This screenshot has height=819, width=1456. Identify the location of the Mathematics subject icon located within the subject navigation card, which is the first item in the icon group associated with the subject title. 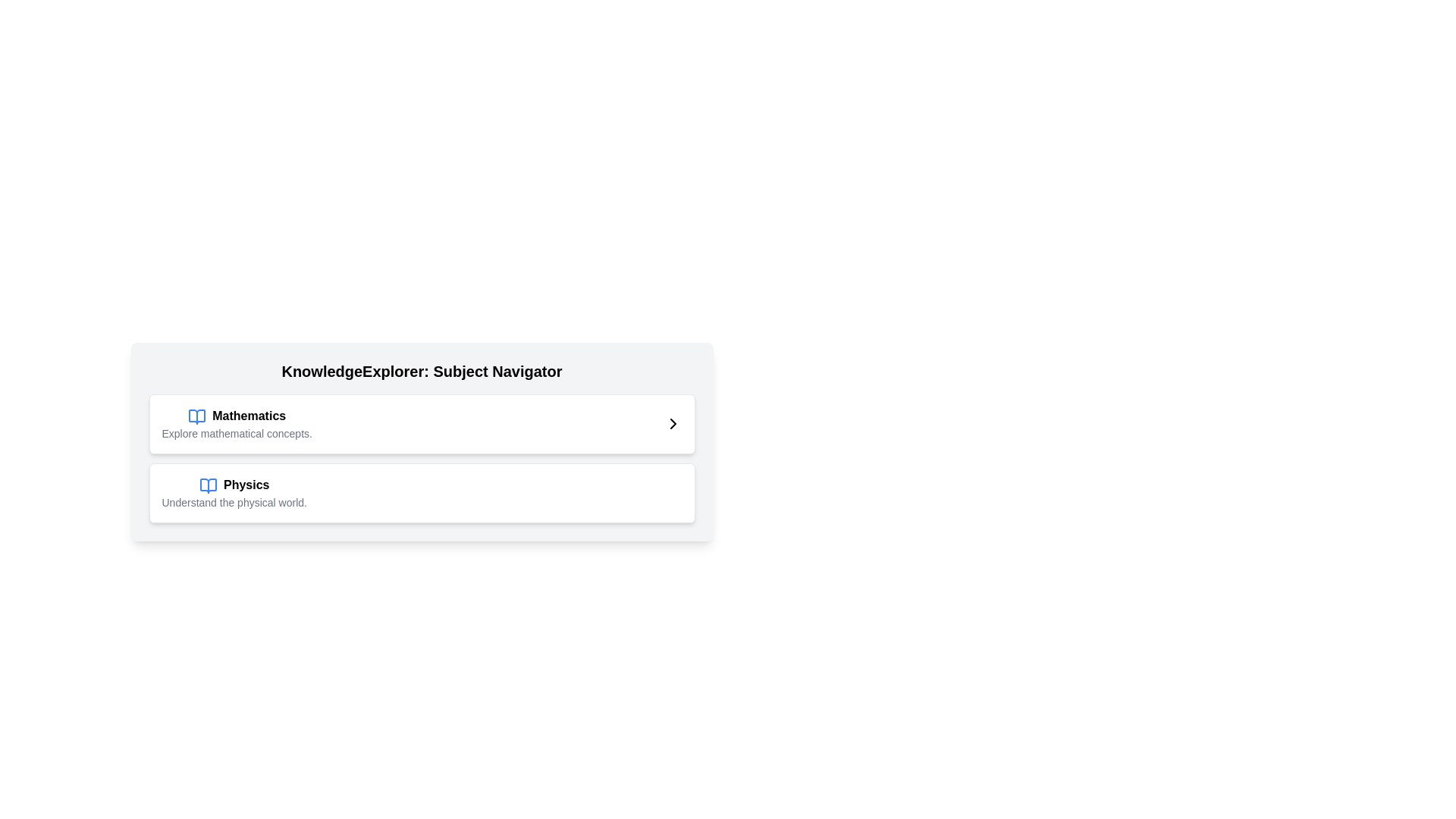
(196, 416).